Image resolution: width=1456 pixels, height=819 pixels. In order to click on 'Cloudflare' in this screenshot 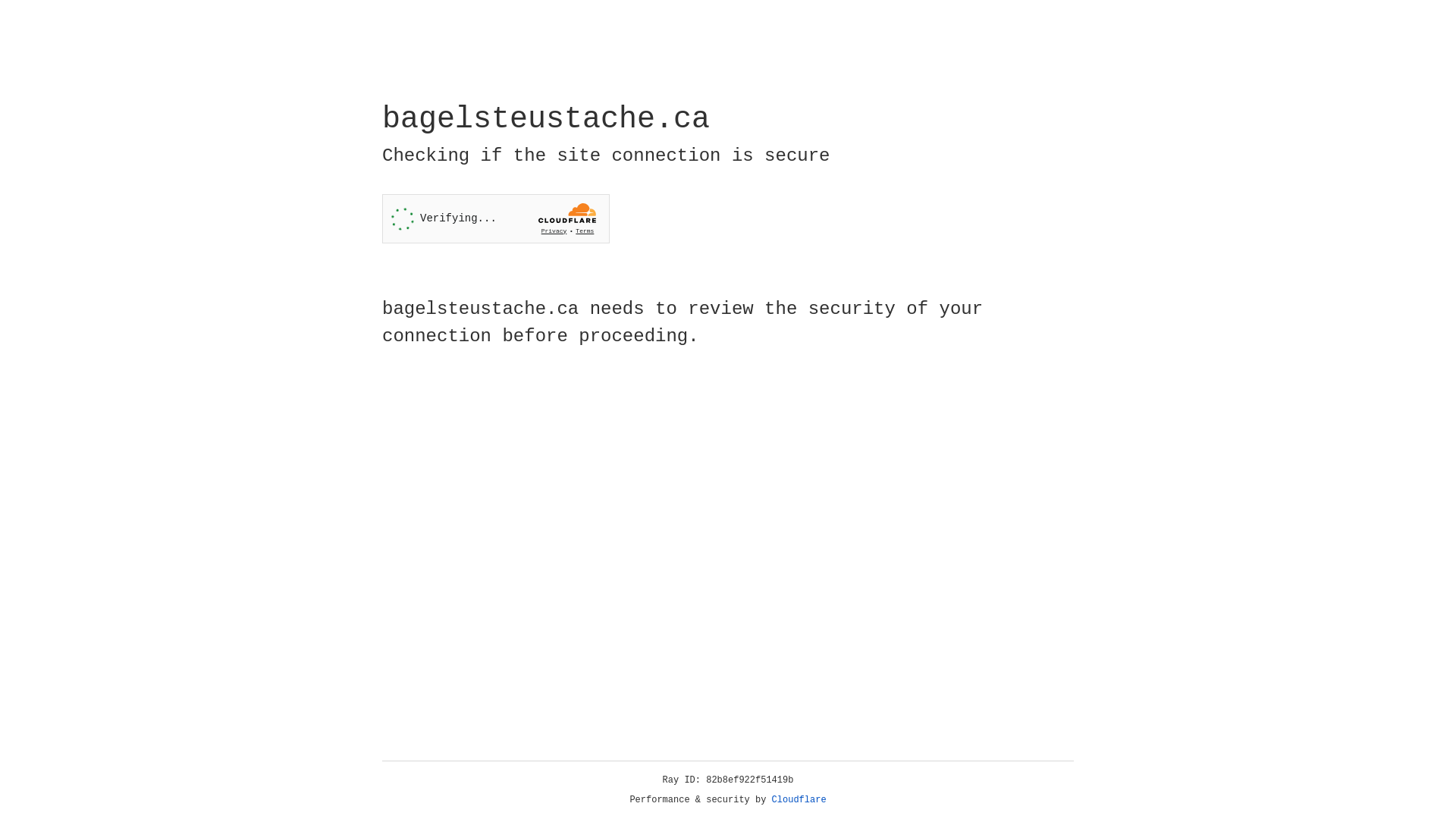, I will do `click(799, 799)`.